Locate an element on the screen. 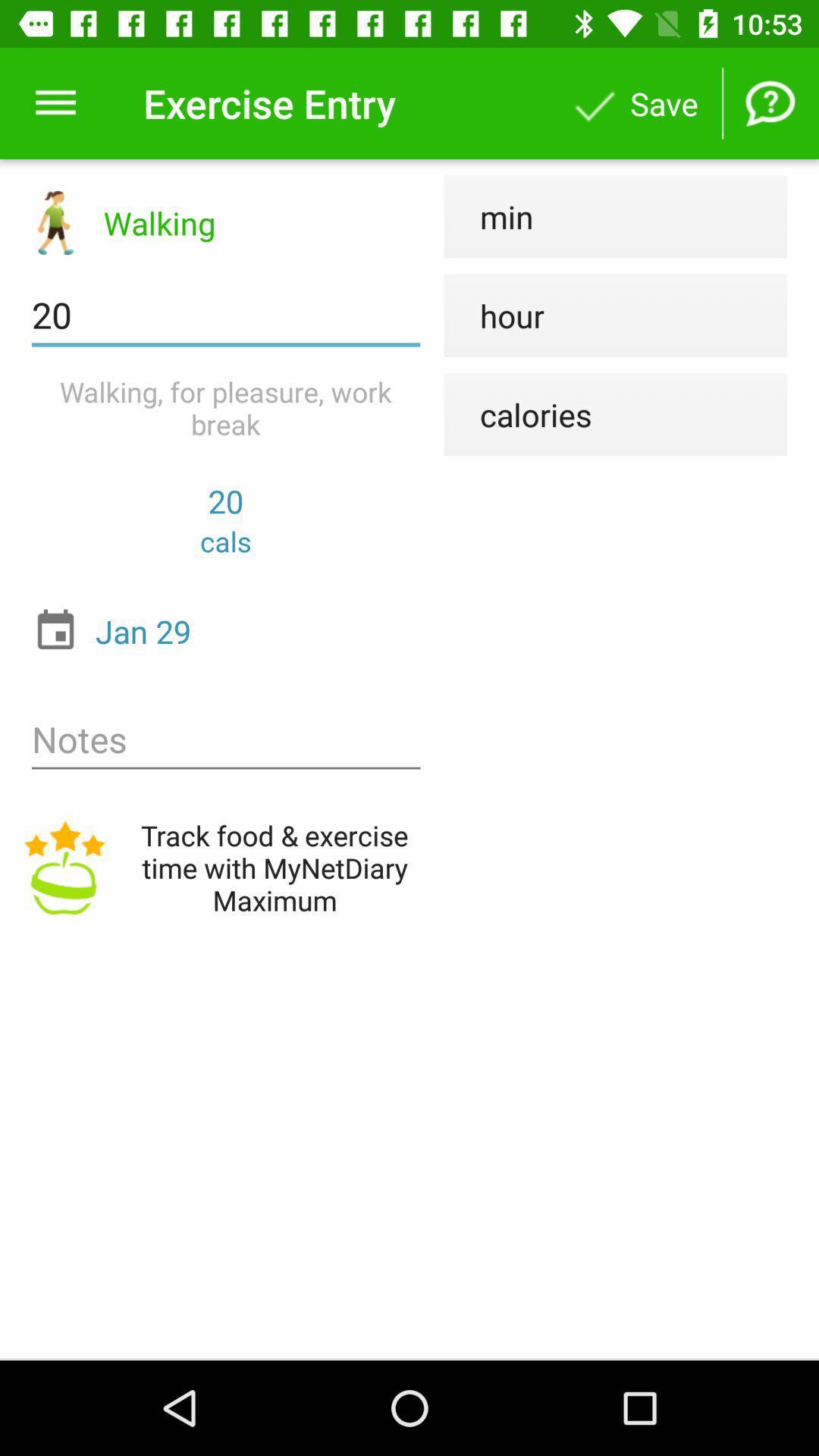  icon above track food exercise item is located at coordinates (226, 739).